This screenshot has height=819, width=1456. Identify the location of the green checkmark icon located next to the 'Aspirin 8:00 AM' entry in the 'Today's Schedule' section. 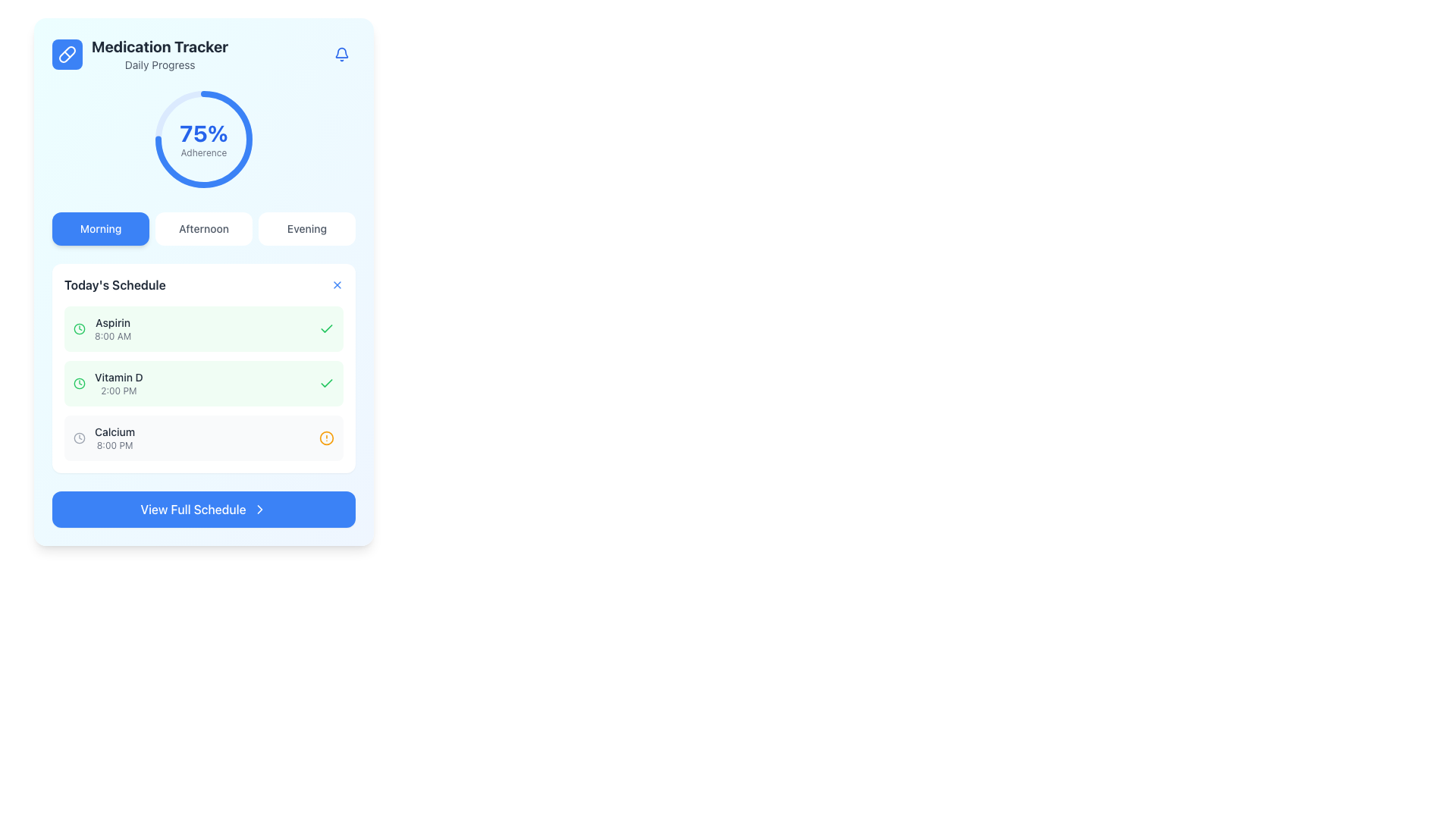
(326, 328).